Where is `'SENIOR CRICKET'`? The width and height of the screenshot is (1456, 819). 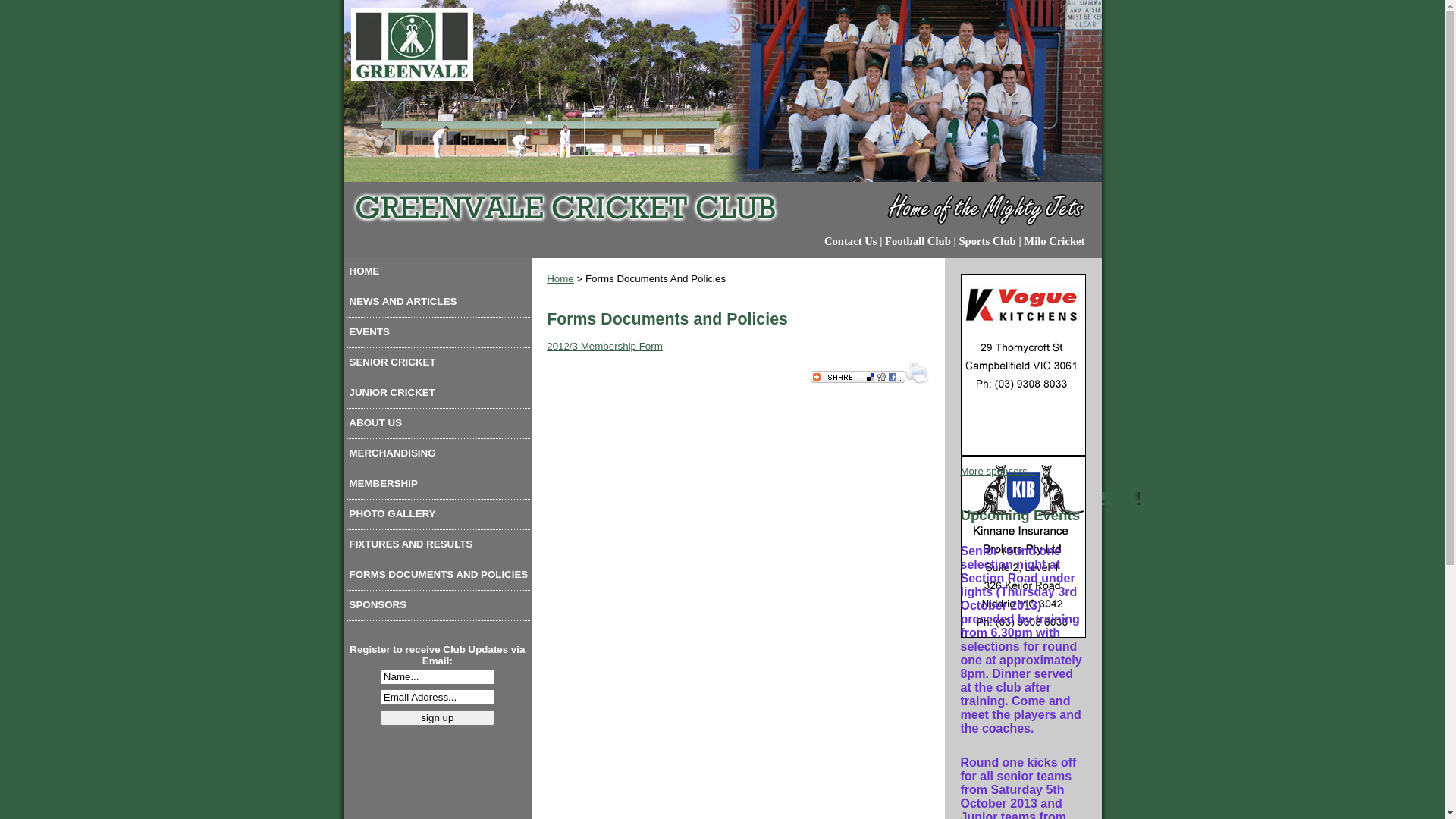 'SENIOR CRICKET' is located at coordinates (346, 366).